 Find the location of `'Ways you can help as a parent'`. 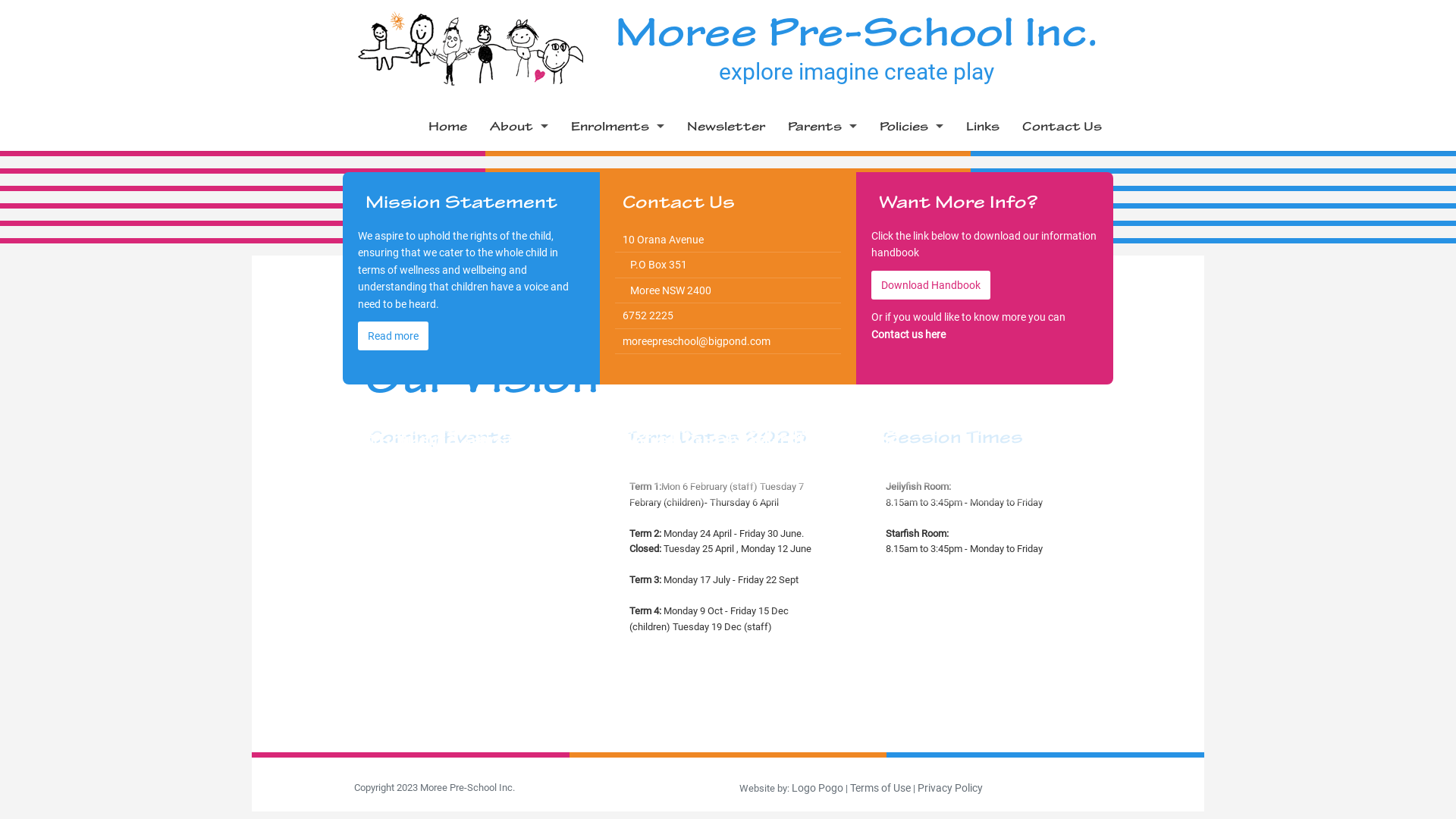

'Ways you can help as a parent' is located at coordinates (821, 433).